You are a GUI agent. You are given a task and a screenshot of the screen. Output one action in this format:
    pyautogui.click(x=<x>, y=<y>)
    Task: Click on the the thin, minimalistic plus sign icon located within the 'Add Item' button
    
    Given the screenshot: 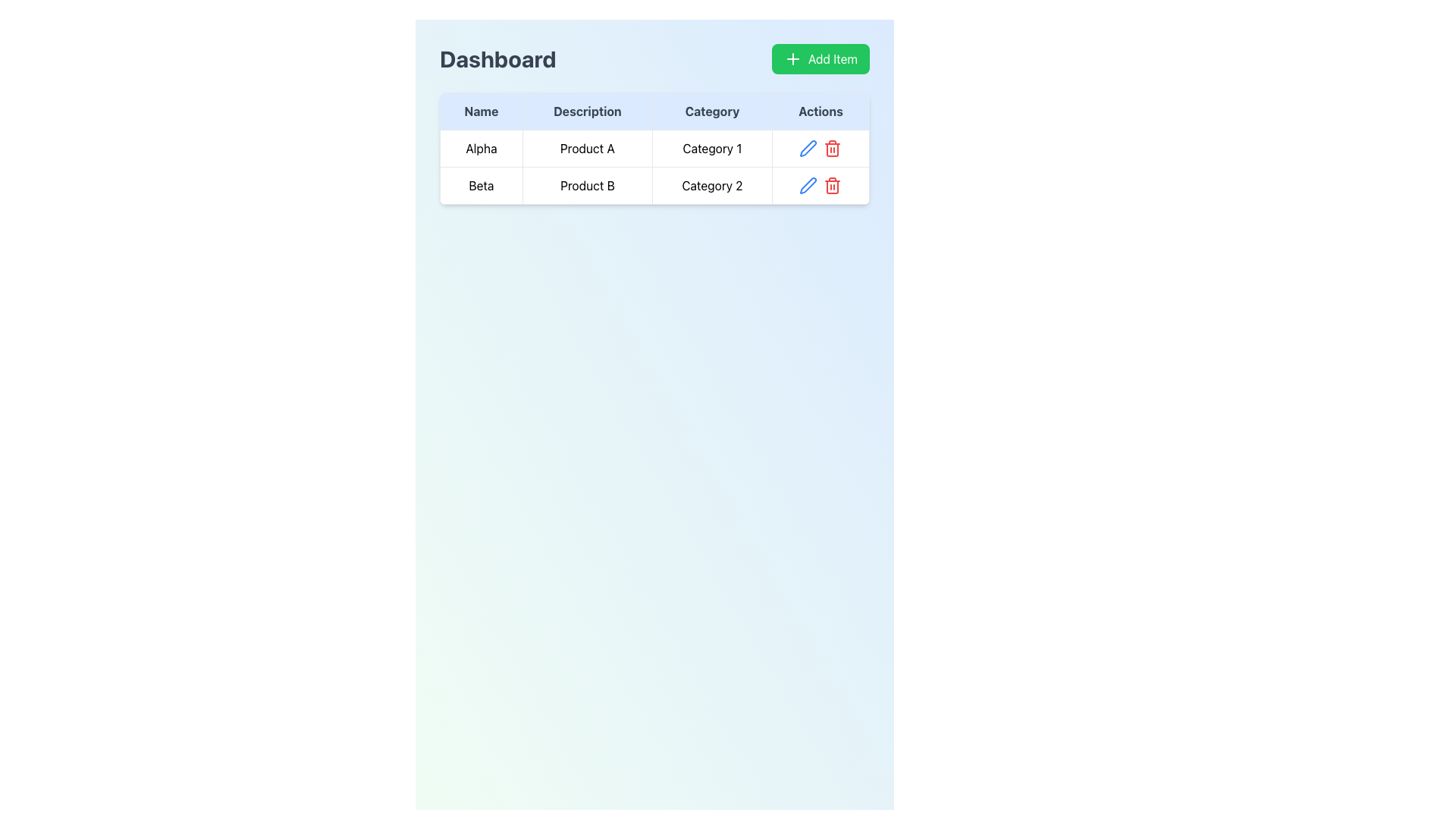 What is the action you would take?
    pyautogui.click(x=792, y=58)
    